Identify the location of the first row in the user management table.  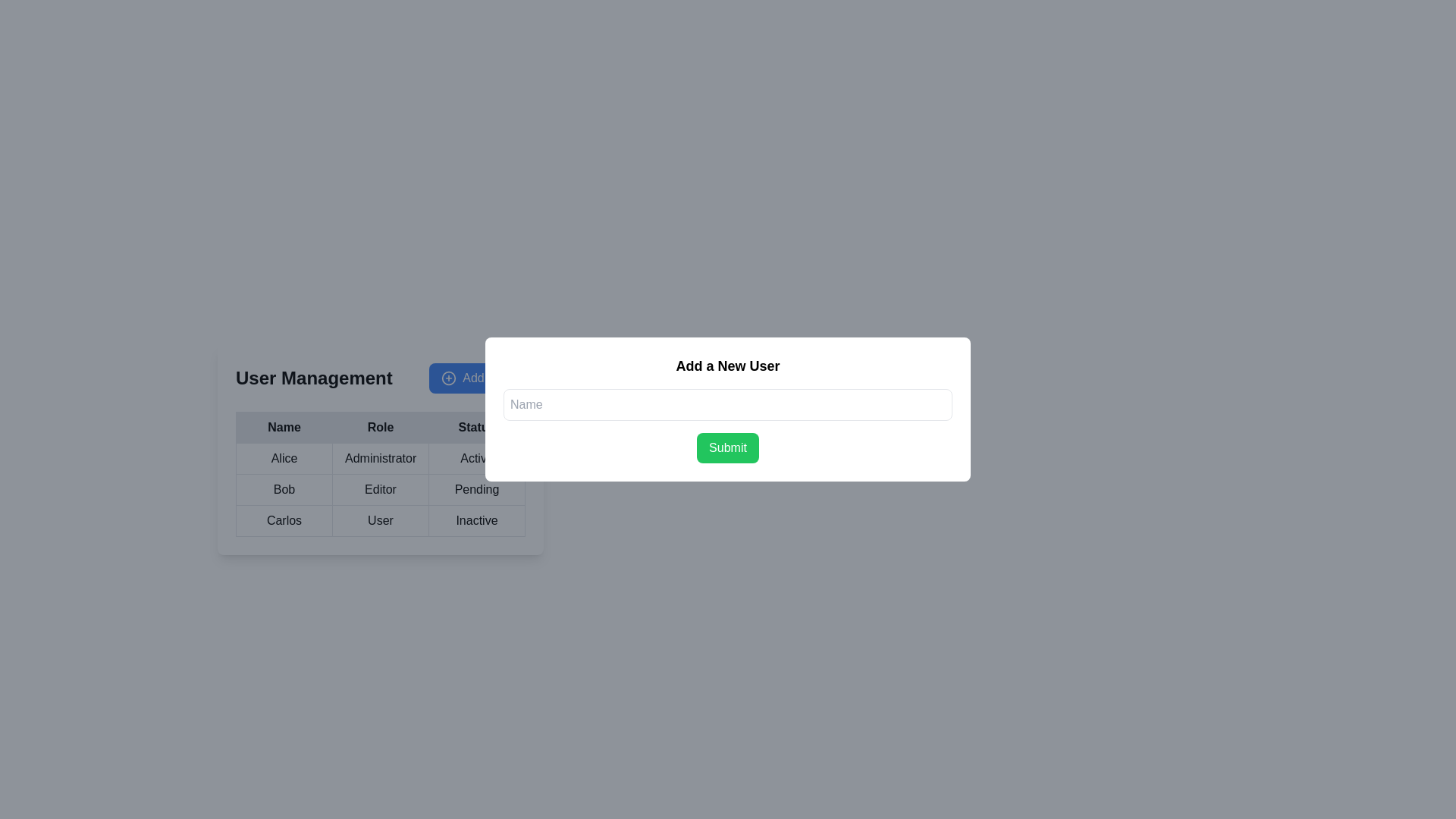
(381, 458).